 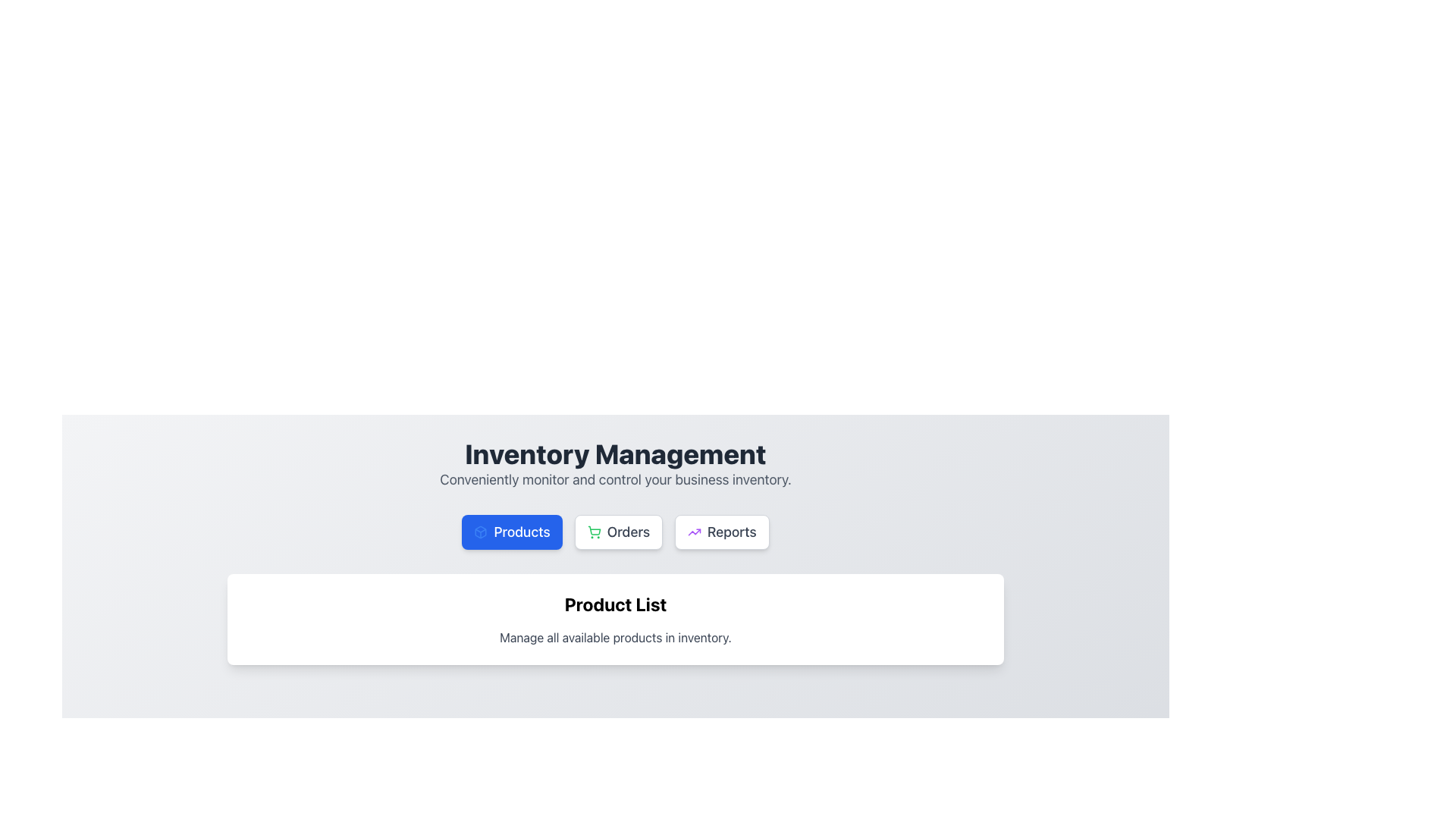 I want to click on the visual appearance of the shopping cart icon, which represents the 'Orders' button located below the 'Inventory Management' title, so click(x=593, y=532).